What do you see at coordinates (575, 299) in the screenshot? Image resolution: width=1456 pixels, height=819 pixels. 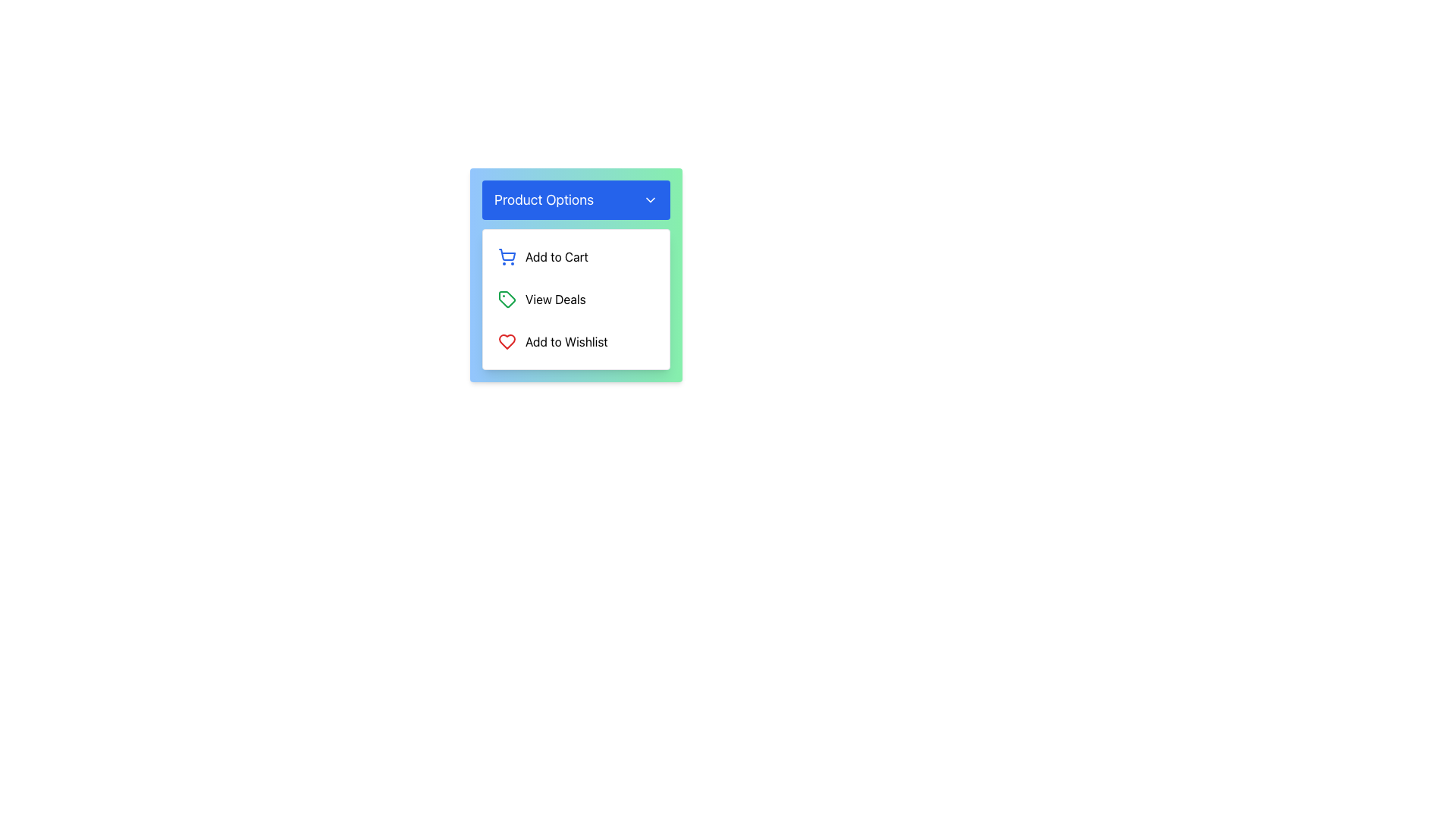 I see `the vertical menu item located at the center of the dropdown menu under the 'Product Options' button` at bounding box center [575, 299].